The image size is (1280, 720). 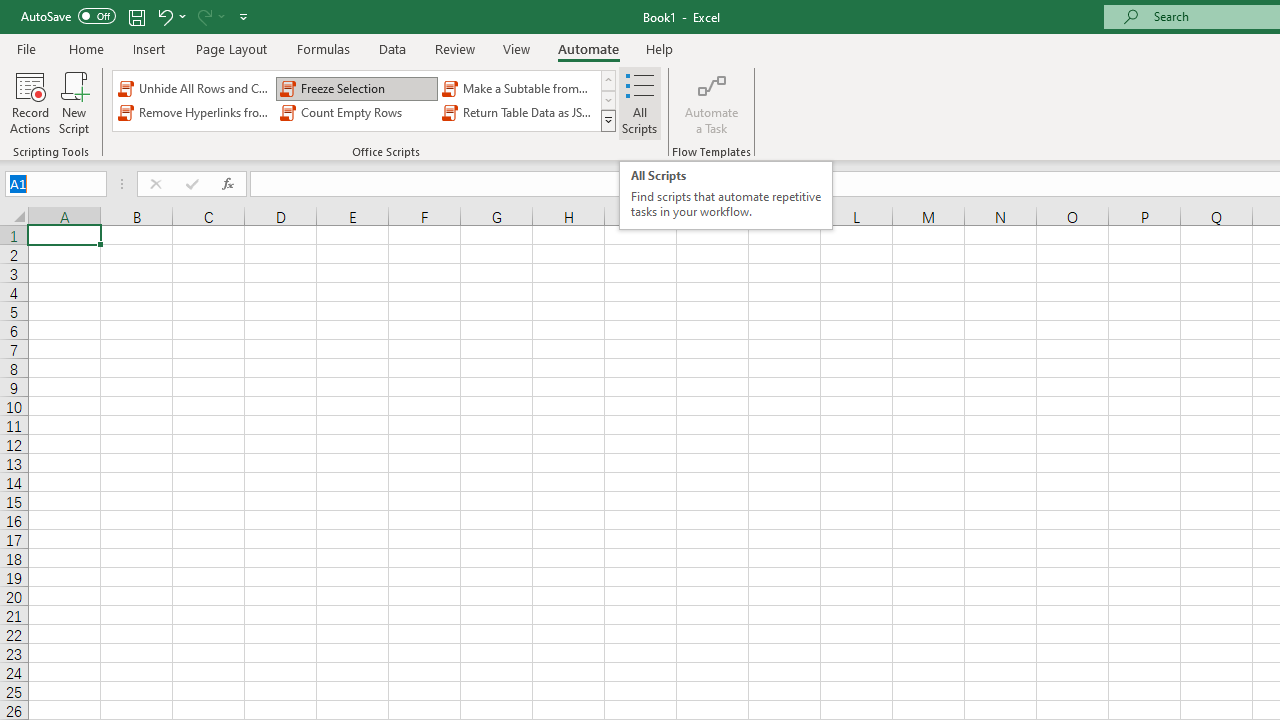 What do you see at coordinates (203, 16) in the screenshot?
I see `'Redo'` at bounding box center [203, 16].